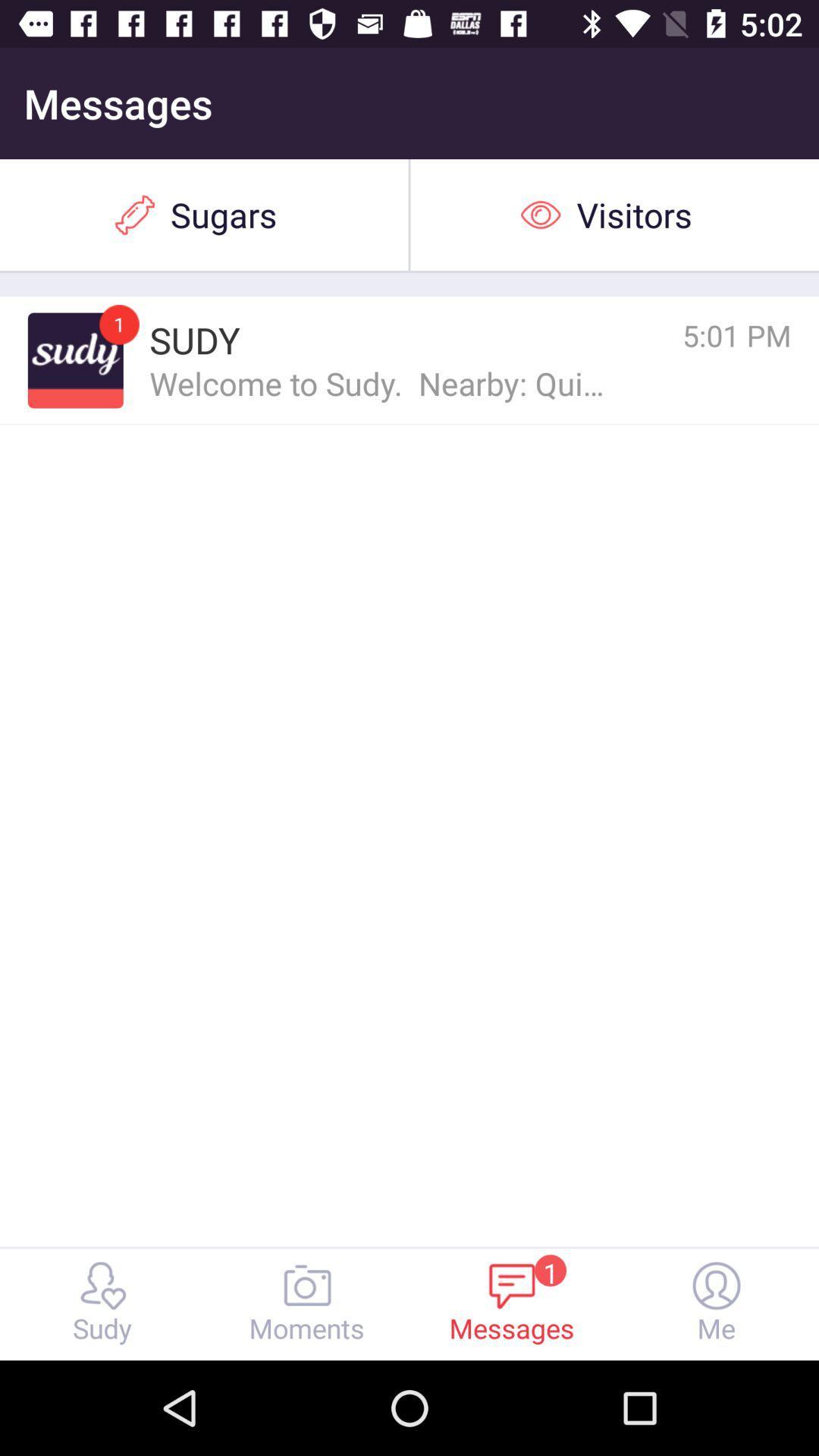 This screenshot has height=1456, width=819. I want to click on item to the left of the sudy item, so click(118, 324).